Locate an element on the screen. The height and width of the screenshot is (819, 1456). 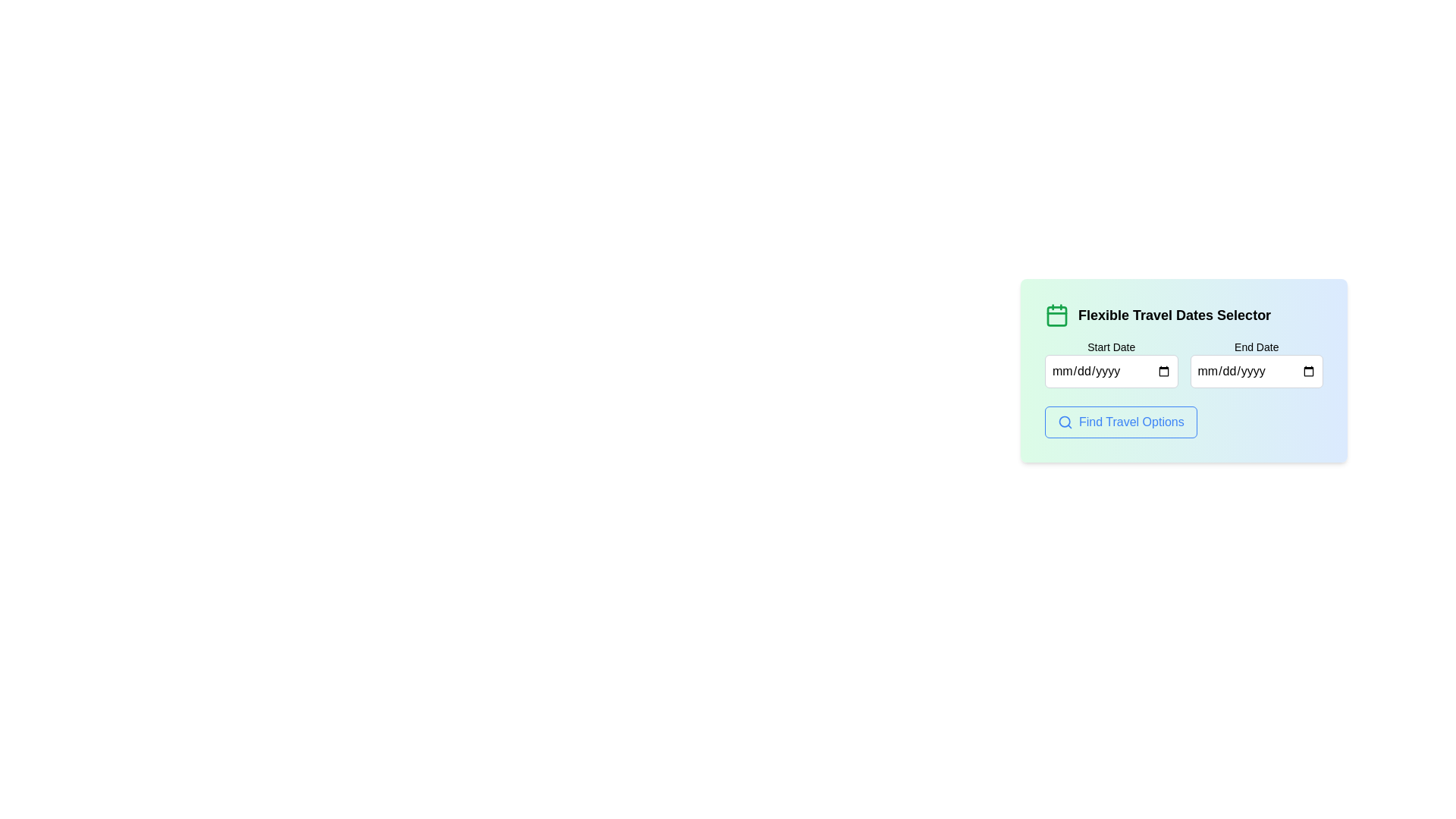
the Date input field, which is styled with a white background and rounded corners, located under the 'Flexible Travel Dates Selector' section, labeled 'End Date' is located at coordinates (1257, 371).